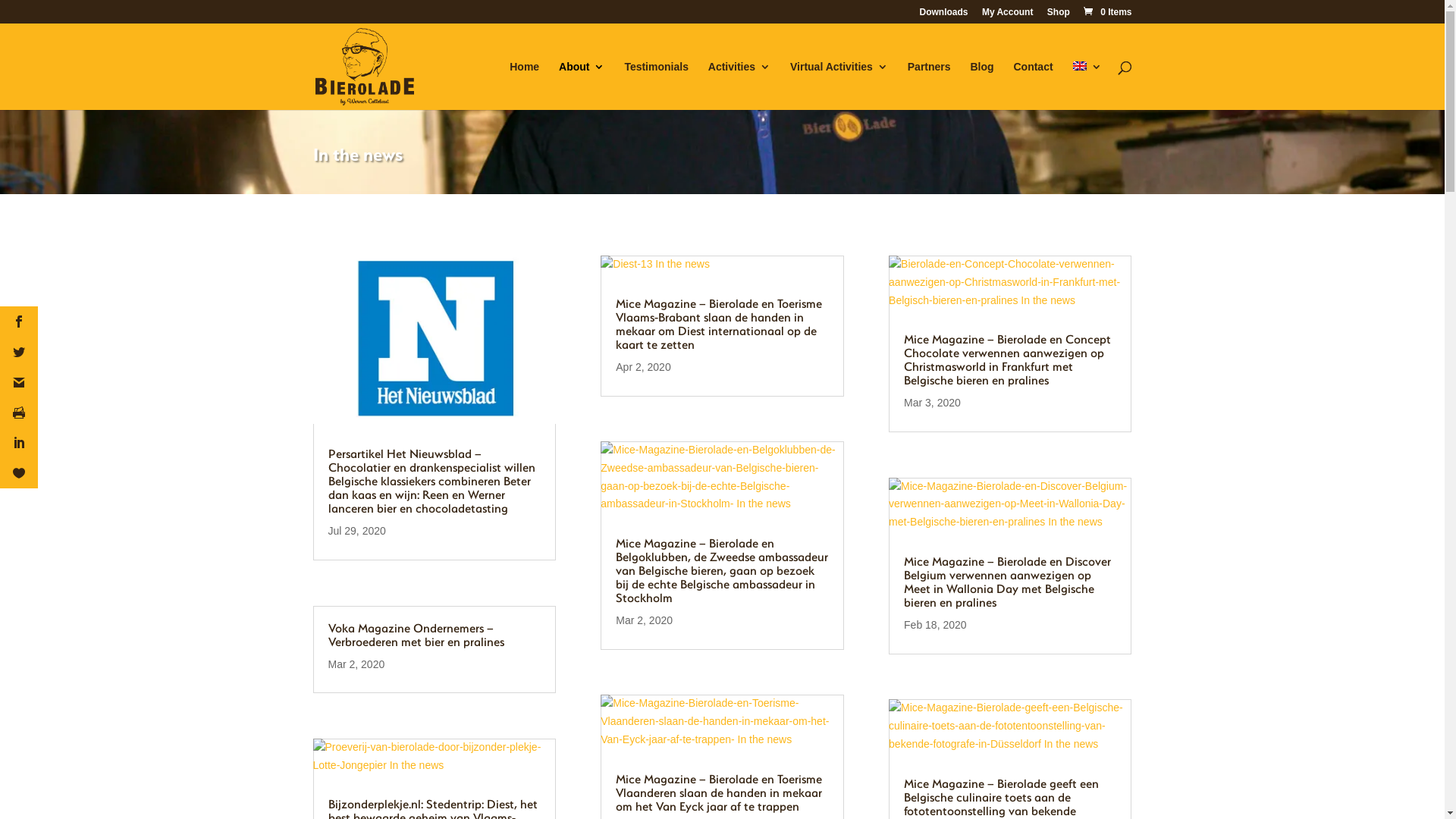  I want to click on '0 Items', so click(1106, 11).